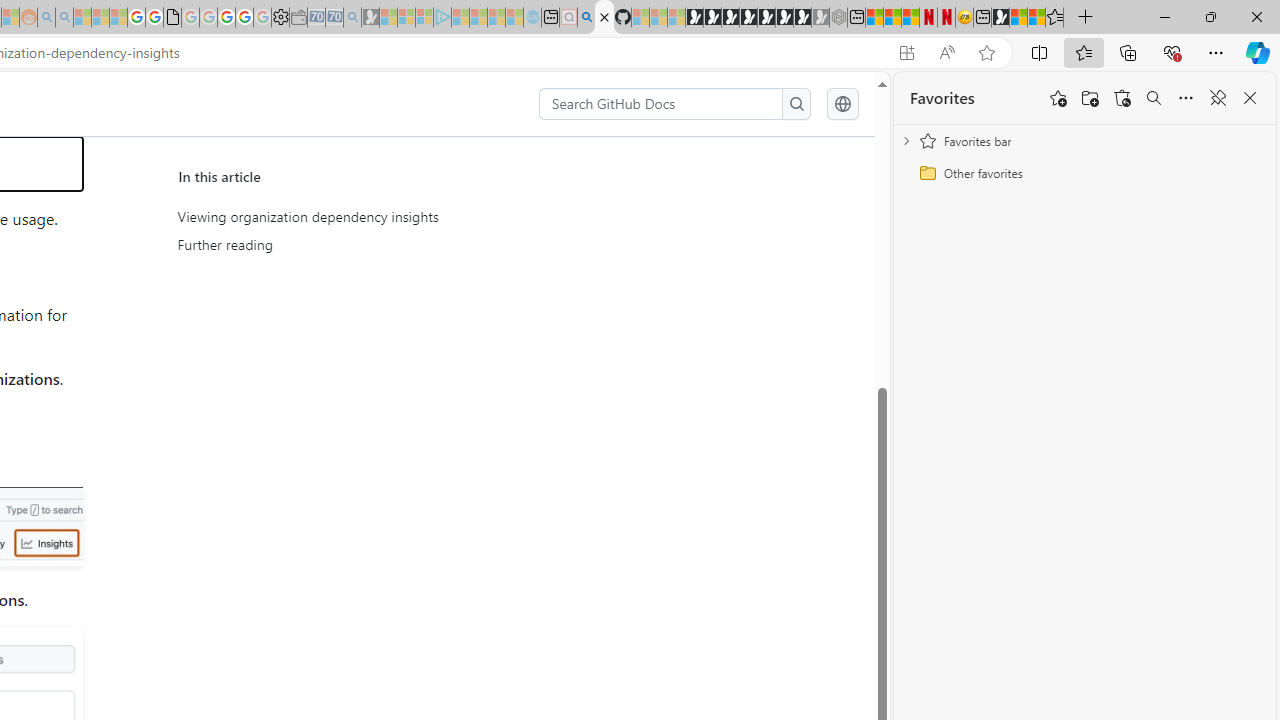  What do you see at coordinates (366, 217) in the screenshot?
I see `'Viewing organization dependency insights'` at bounding box center [366, 217].